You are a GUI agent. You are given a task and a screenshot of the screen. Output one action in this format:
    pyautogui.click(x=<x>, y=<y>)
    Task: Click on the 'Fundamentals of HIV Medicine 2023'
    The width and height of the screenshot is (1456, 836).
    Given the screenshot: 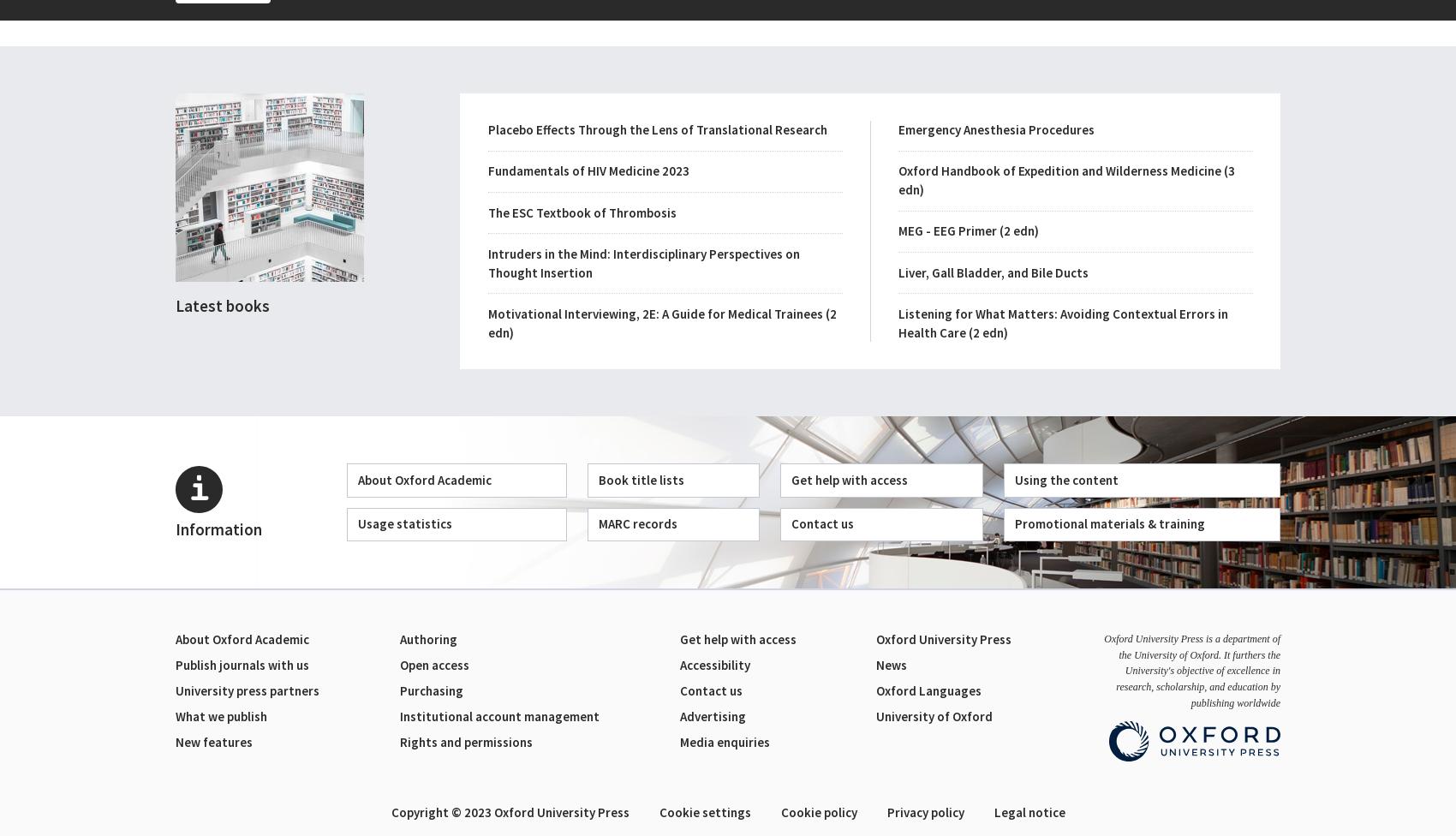 What is the action you would take?
    pyautogui.click(x=588, y=170)
    